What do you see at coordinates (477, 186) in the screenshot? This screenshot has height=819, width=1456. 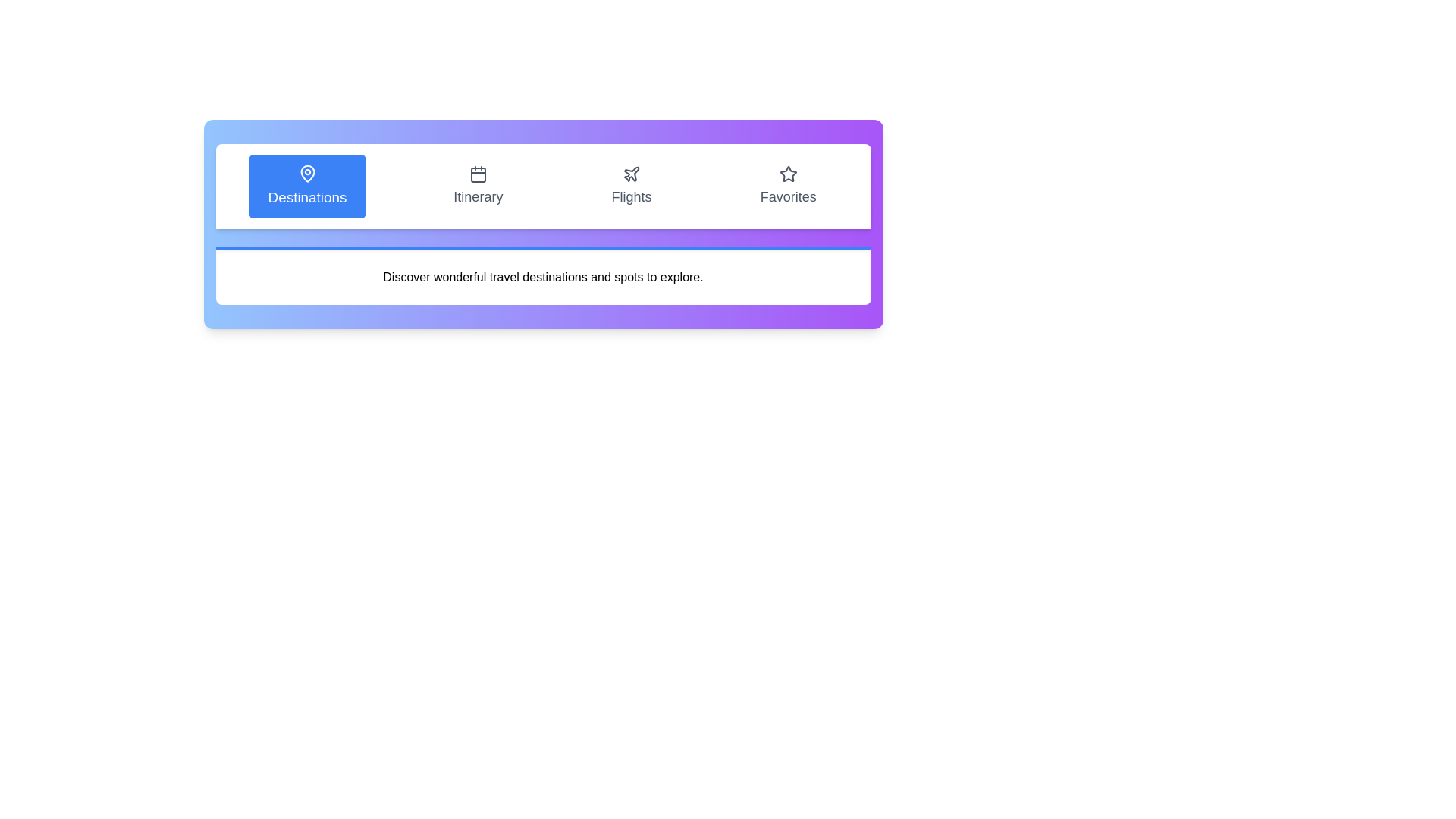 I see `the tab labeled Itinerary to view its content` at bounding box center [477, 186].